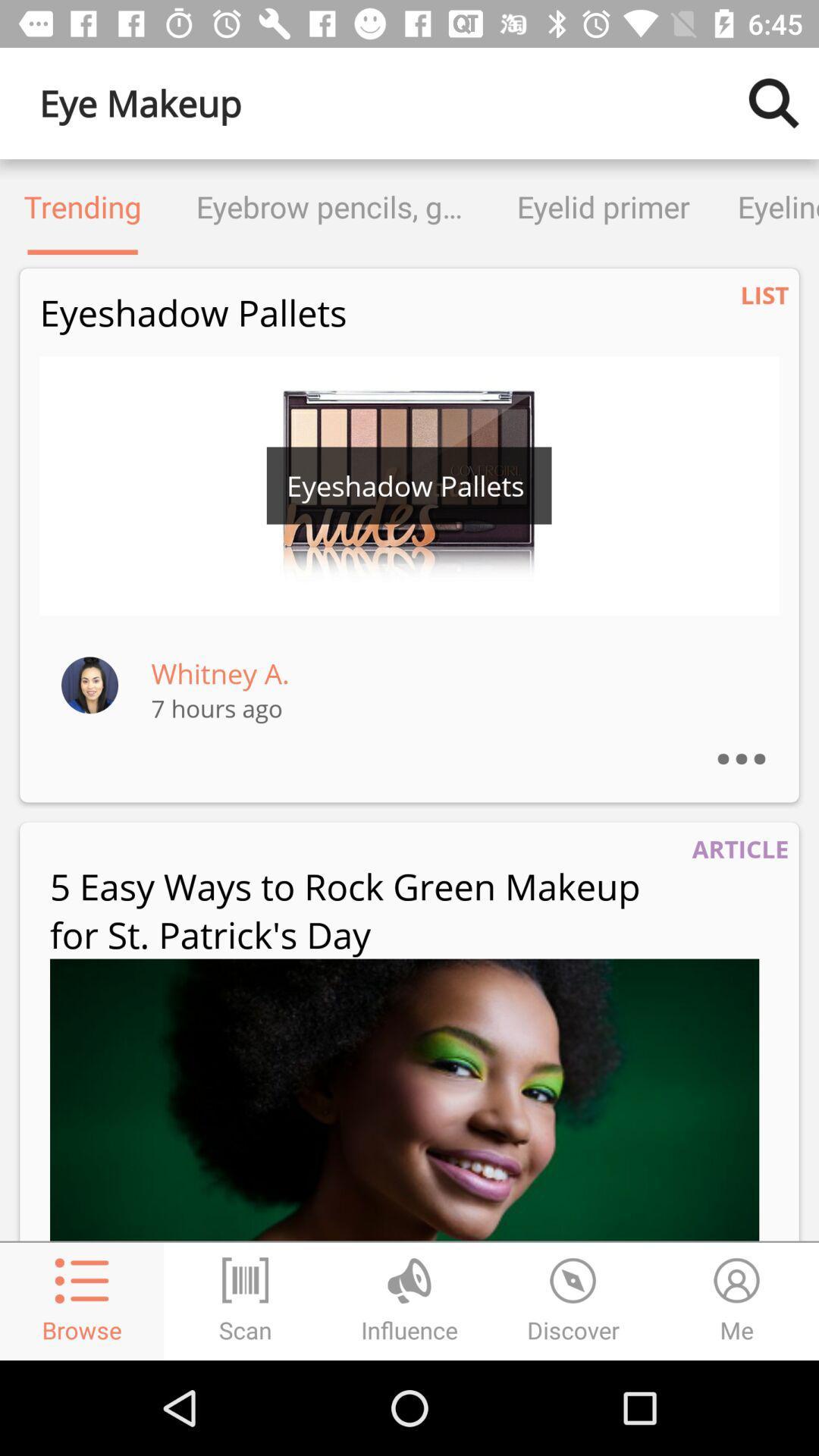  What do you see at coordinates (220, 673) in the screenshot?
I see `whitney a. item` at bounding box center [220, 673].